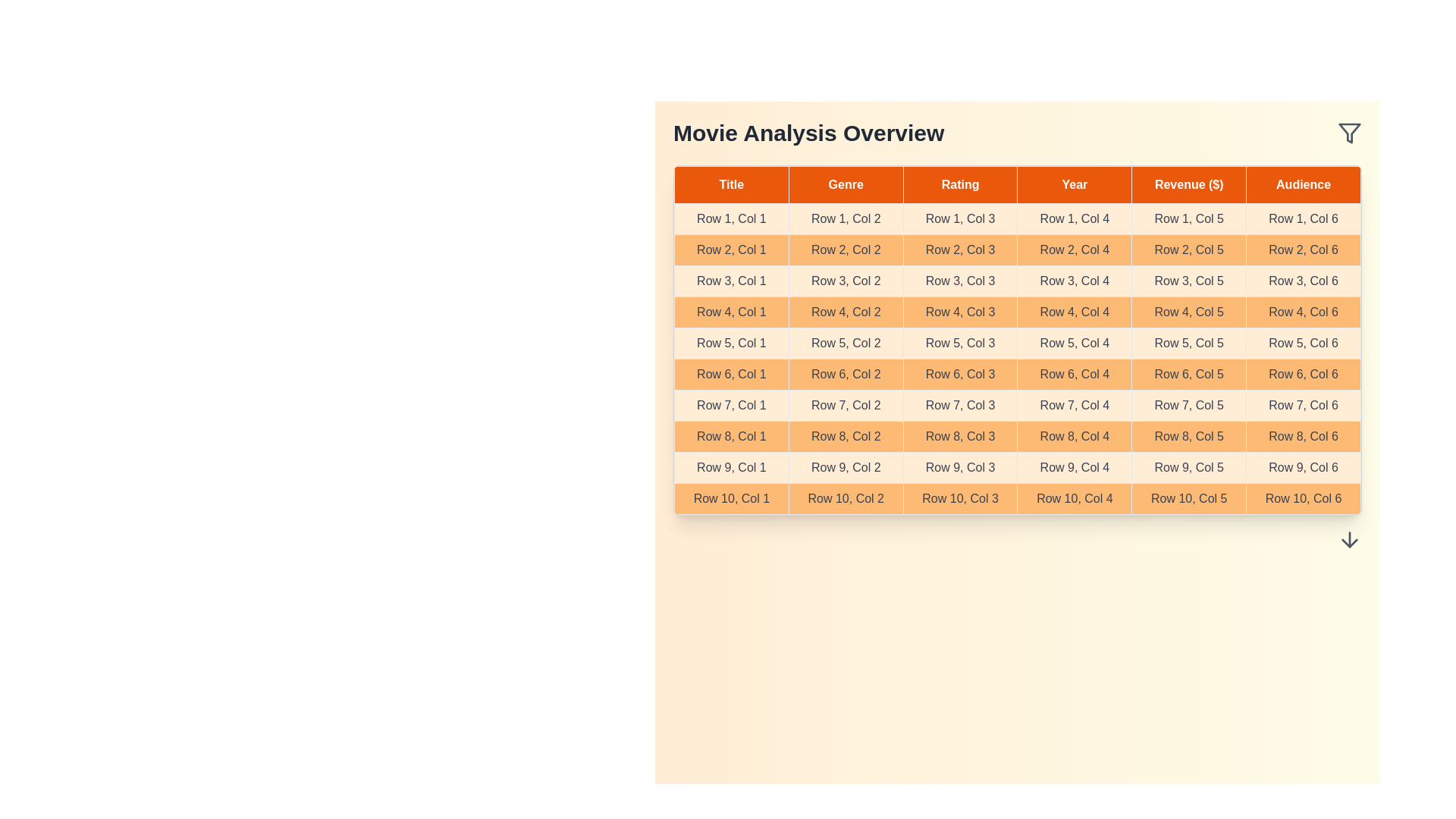 The height and width of the screenshot is (819, 1456). I want to click on the header cell labeled Rating to sort the column, so click(959, 184).